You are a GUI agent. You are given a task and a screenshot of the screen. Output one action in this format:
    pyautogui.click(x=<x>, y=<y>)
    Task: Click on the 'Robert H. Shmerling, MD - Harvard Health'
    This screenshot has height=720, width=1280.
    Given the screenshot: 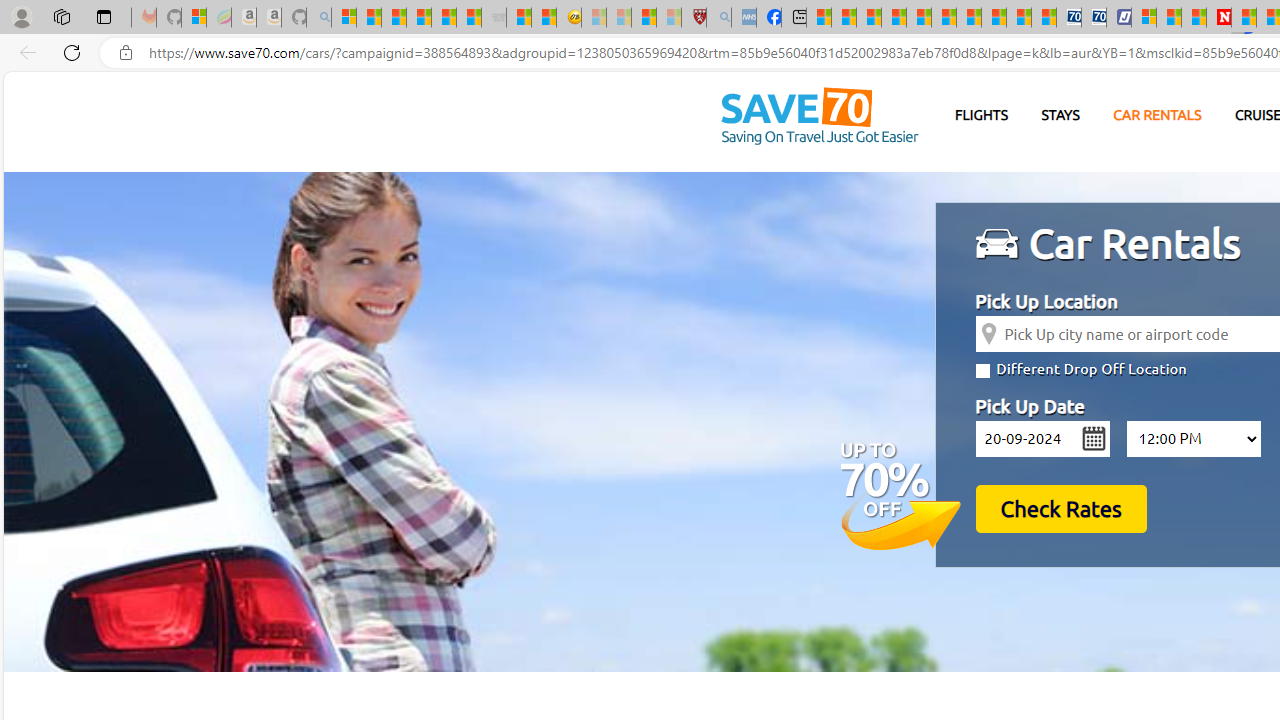 What is the action you would take?
    pyautogui.click(x=694, y=17)
    